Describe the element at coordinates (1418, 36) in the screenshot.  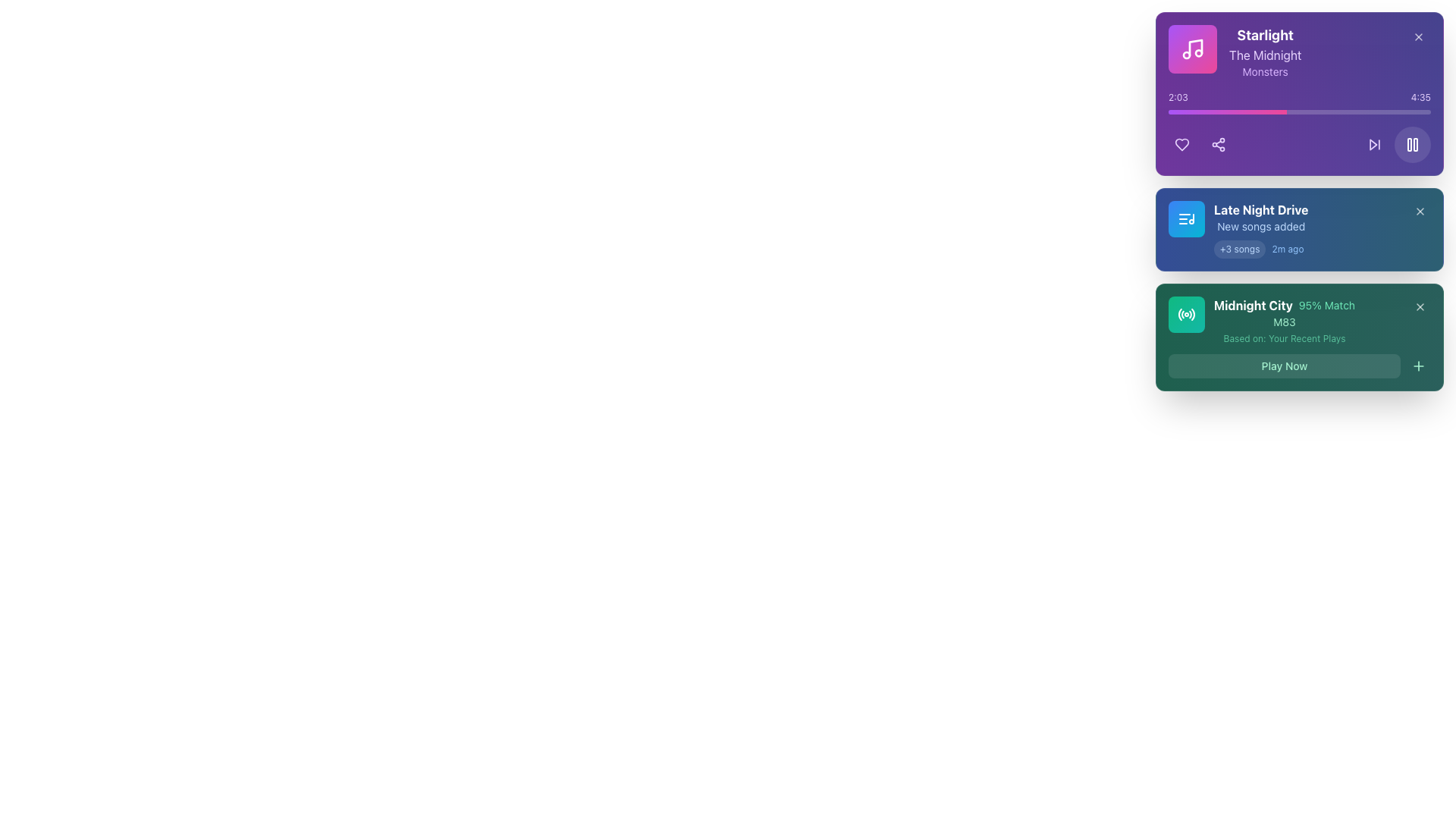
I see `the circular button with a '×' icon in its center, located at the top-right corner of the card for the music item 'Starlight' by 'The Midnight' and 'Monsters'` at that location.